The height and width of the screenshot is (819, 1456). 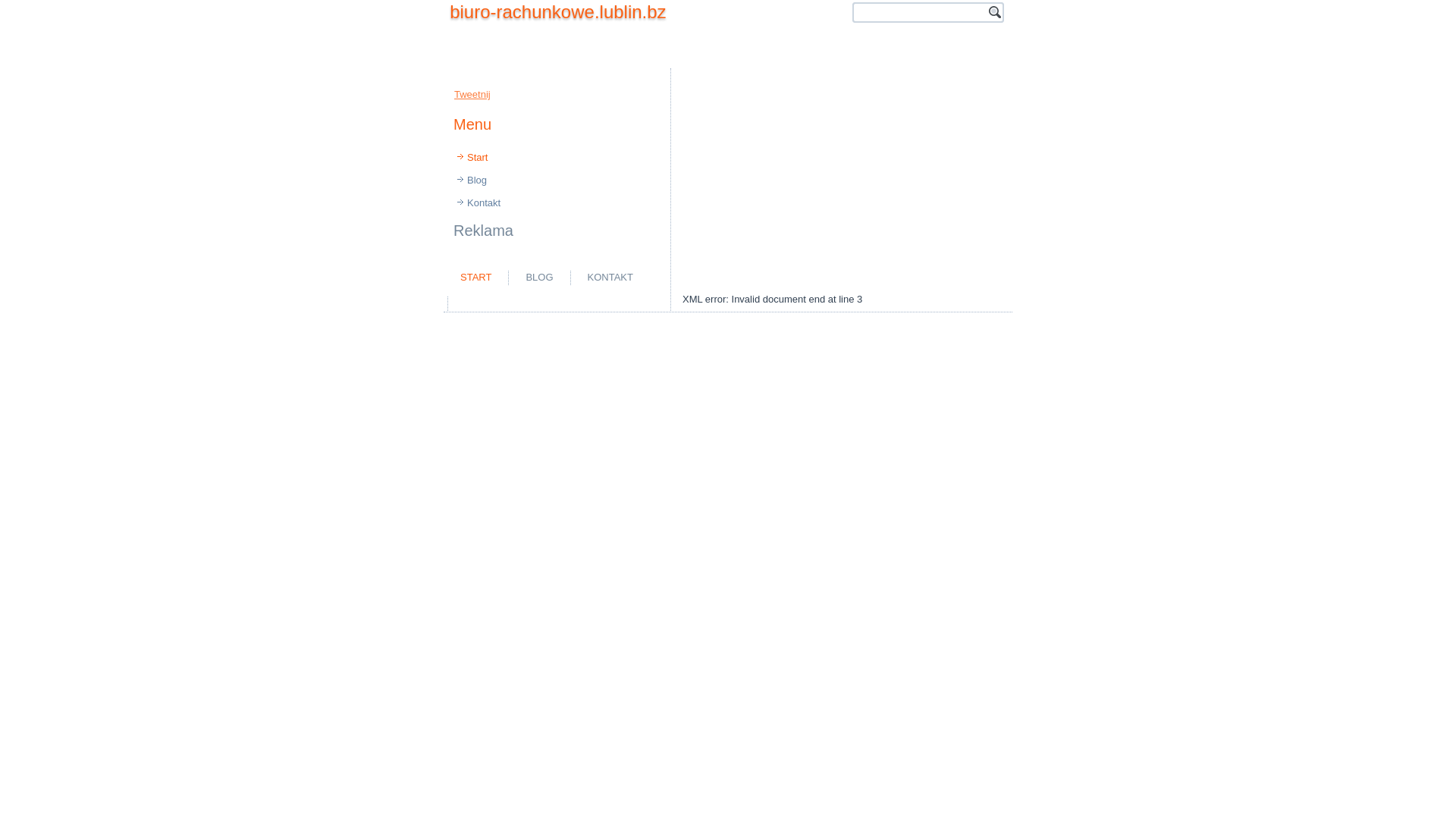 What do you see at coordinates (728, 170) in the screenshot?
I see `'Advertisement'` at bounding box center [728, 170].